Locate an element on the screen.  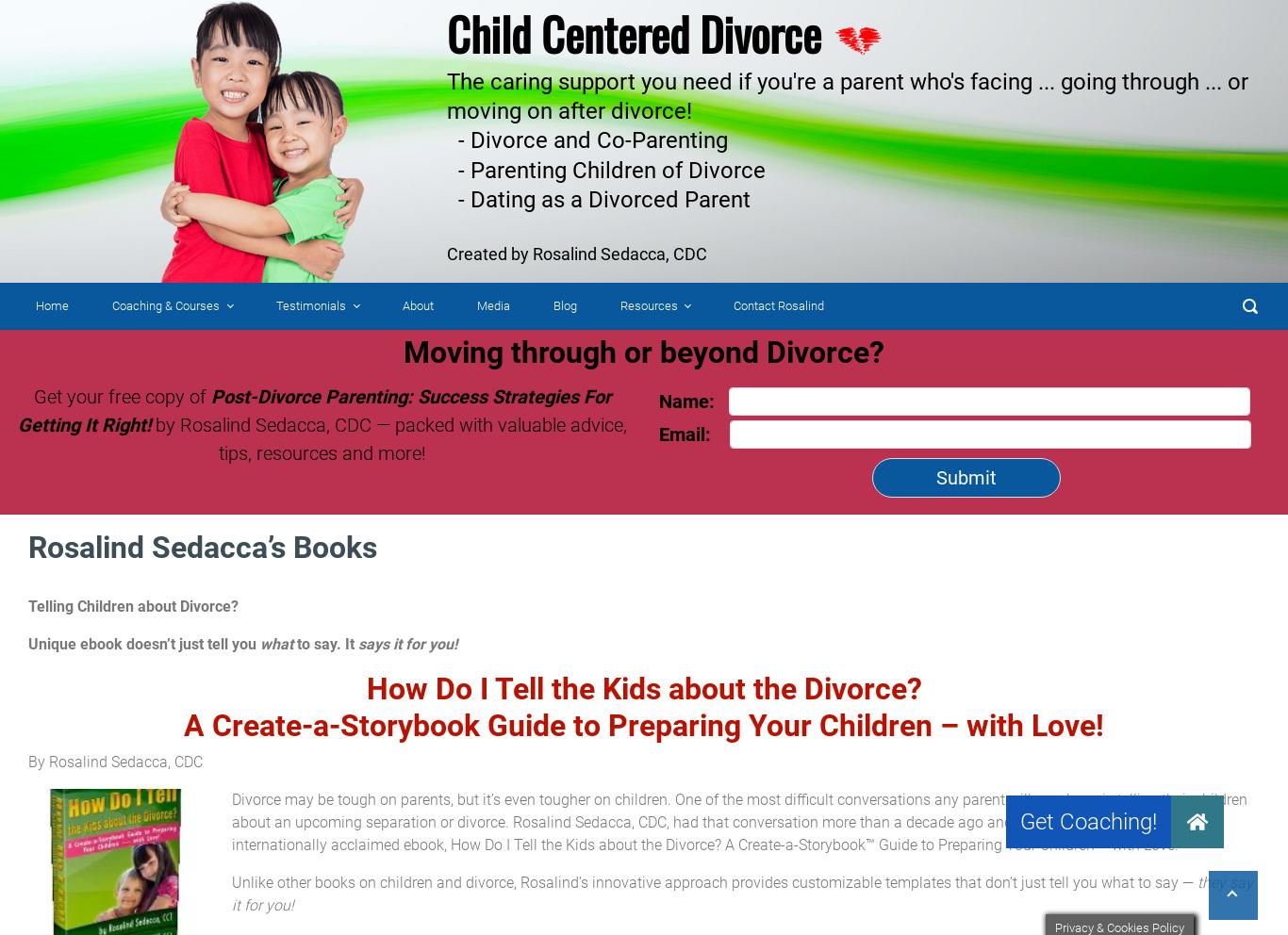
'Telling Children about Divorce?' is located at coordinates (28, 606).